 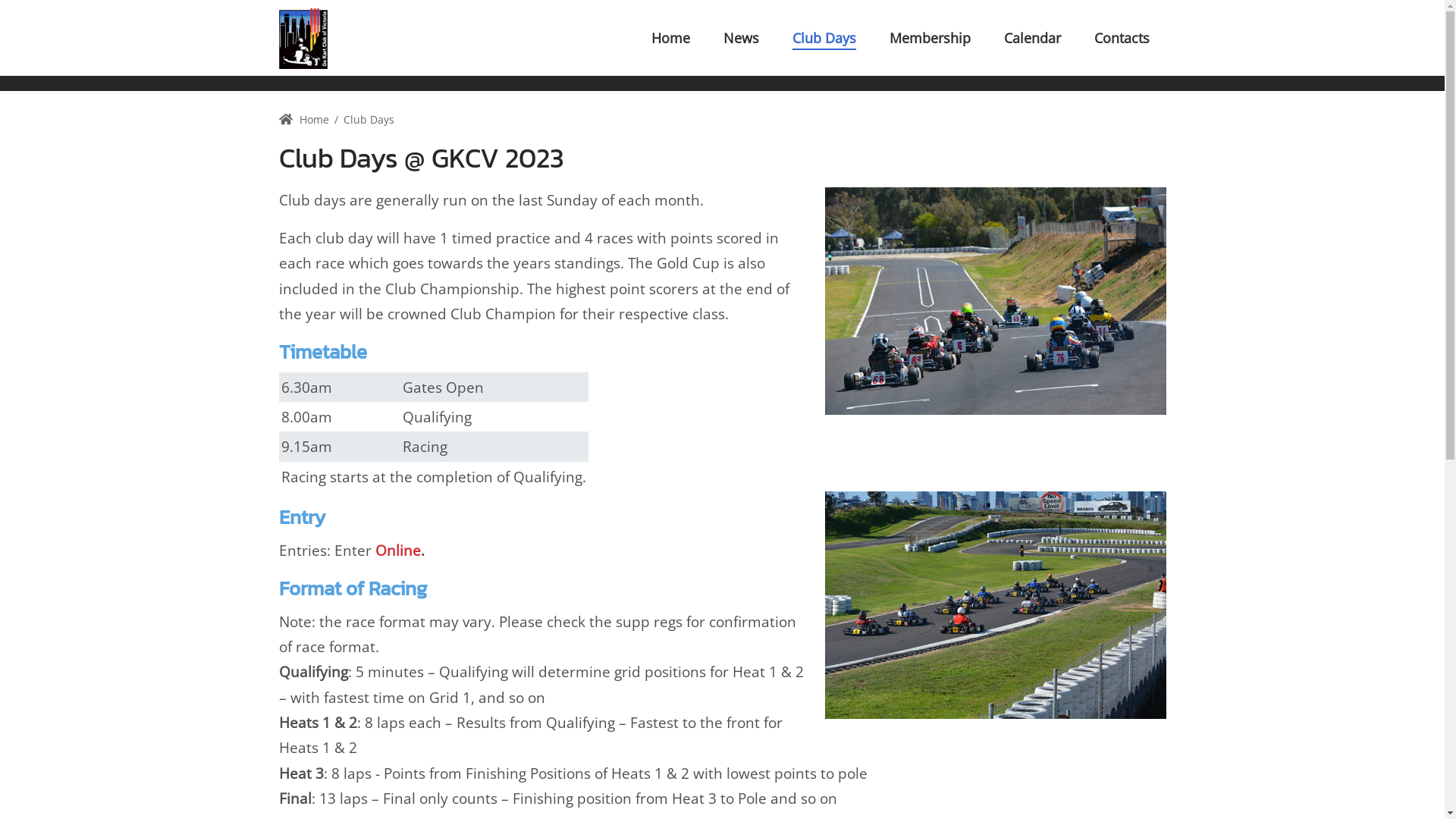 What do you see at coordinates (303, 118) in the screenshot?
I see `'Home'` at bounding box center [303, 118].